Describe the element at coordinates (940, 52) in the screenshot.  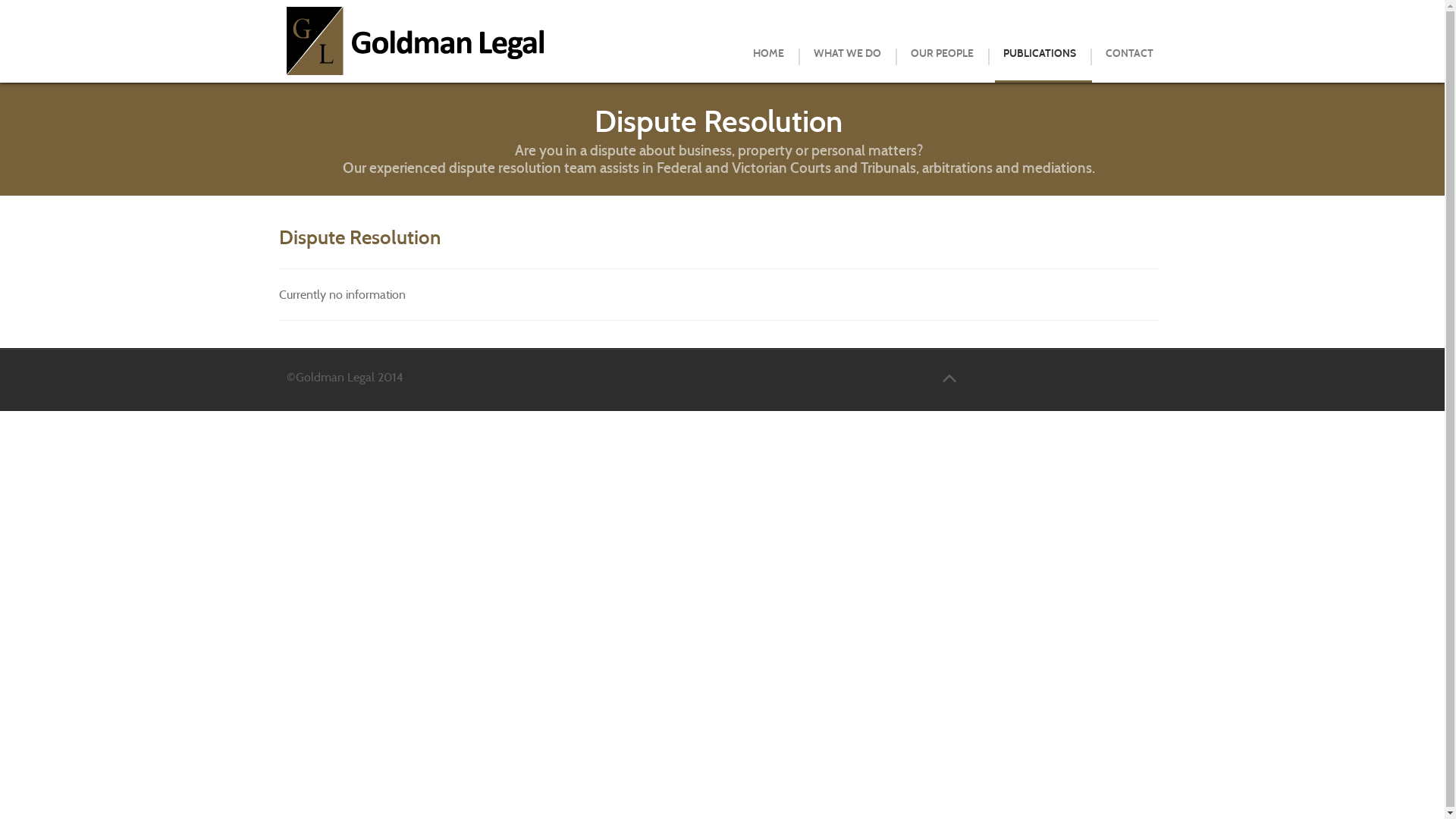
I see `'OUR PEOPLE'` at that location.